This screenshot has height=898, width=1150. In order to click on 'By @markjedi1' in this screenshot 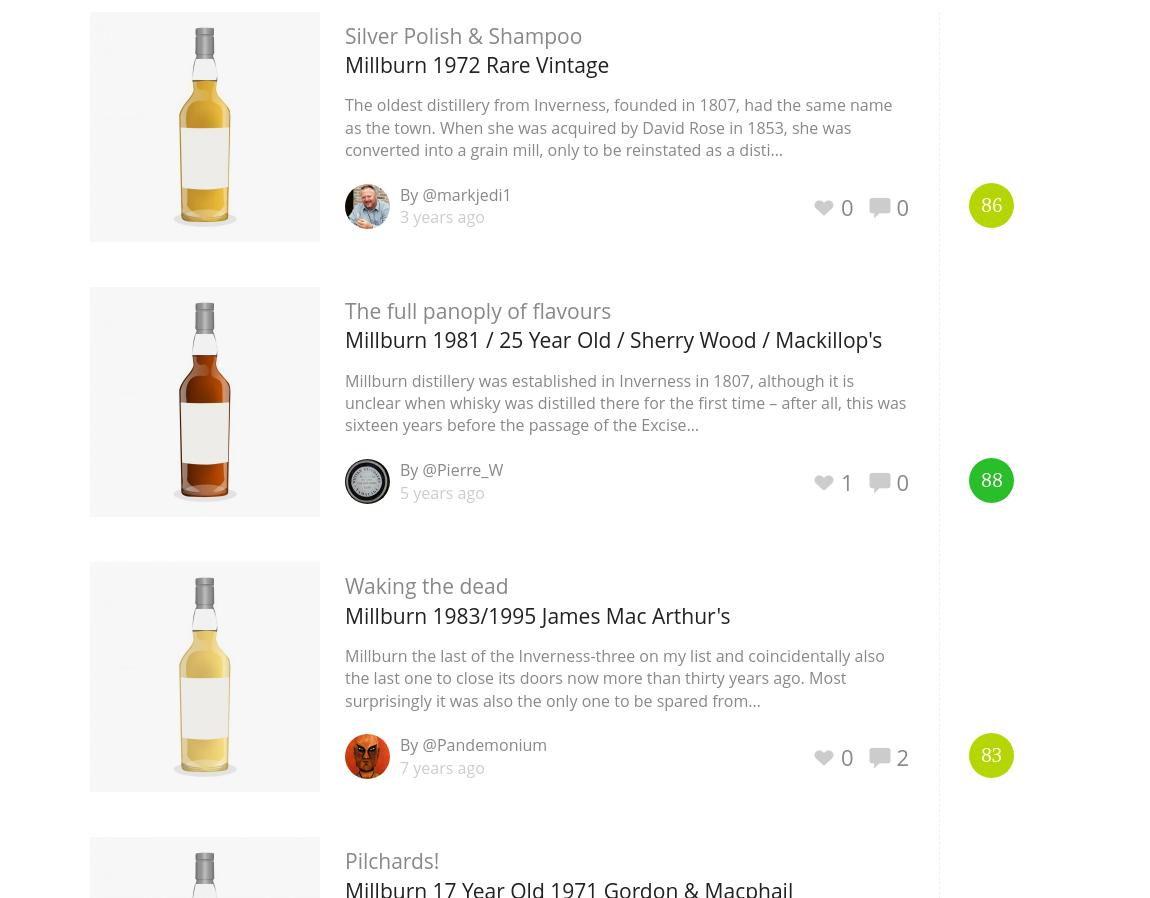, I will do `click(455, 193)`.